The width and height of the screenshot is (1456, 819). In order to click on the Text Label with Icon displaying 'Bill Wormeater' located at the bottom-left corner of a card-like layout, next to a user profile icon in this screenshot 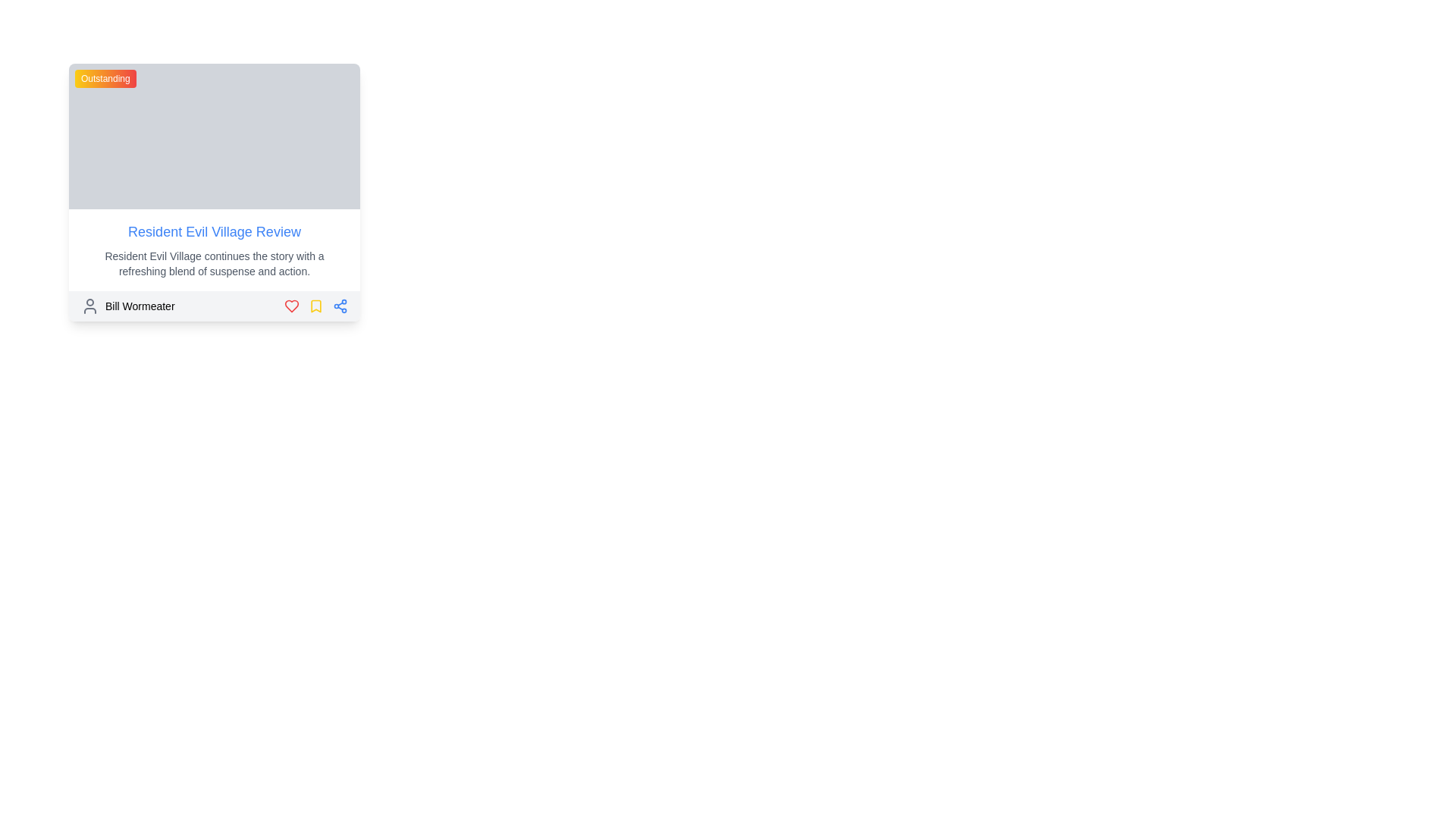, I will do `click(127, 306)`.